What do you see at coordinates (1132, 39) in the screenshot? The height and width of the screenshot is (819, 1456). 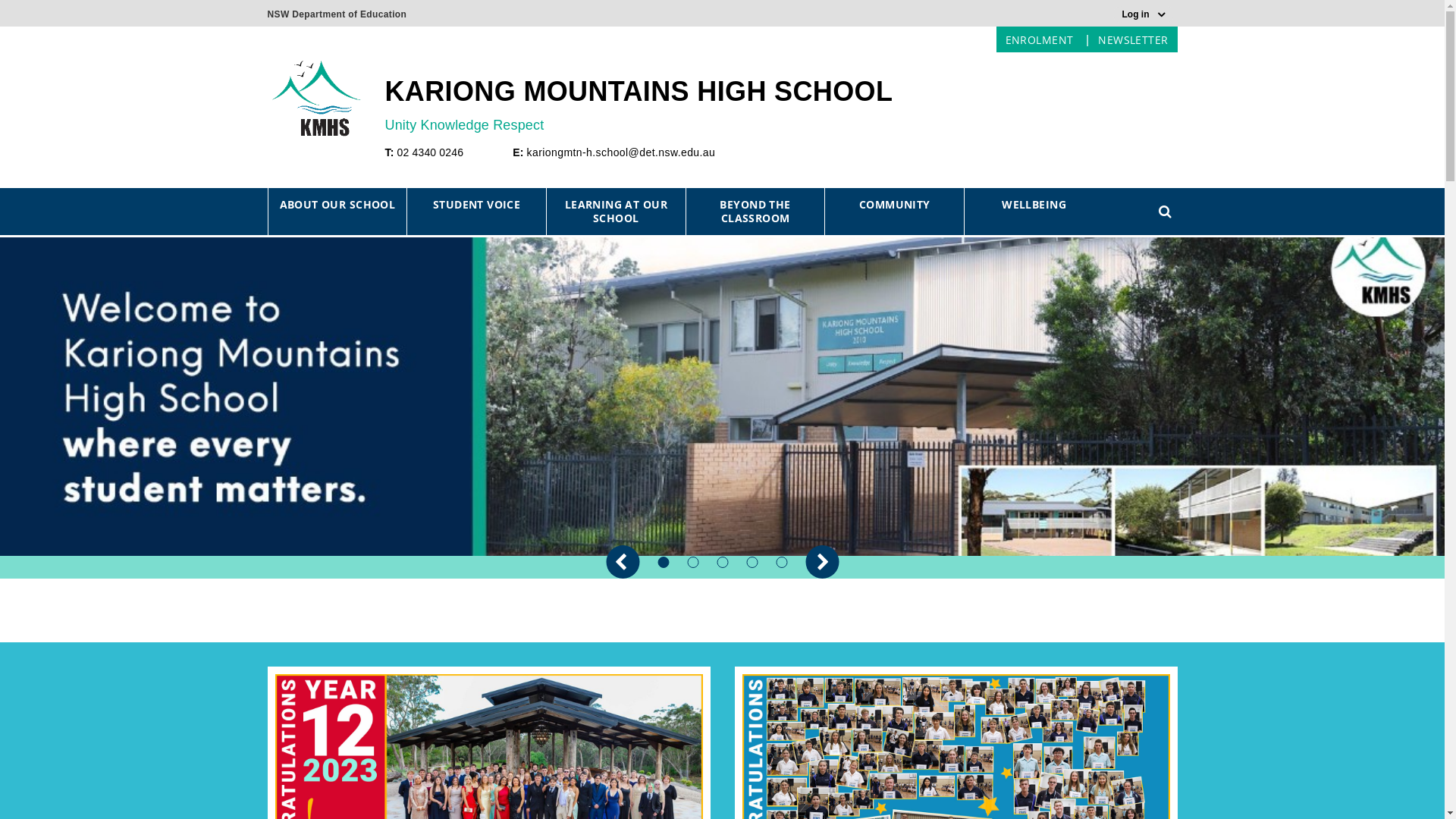 I see `'NEWSLETTER'` at bounding box center [1132, 39].